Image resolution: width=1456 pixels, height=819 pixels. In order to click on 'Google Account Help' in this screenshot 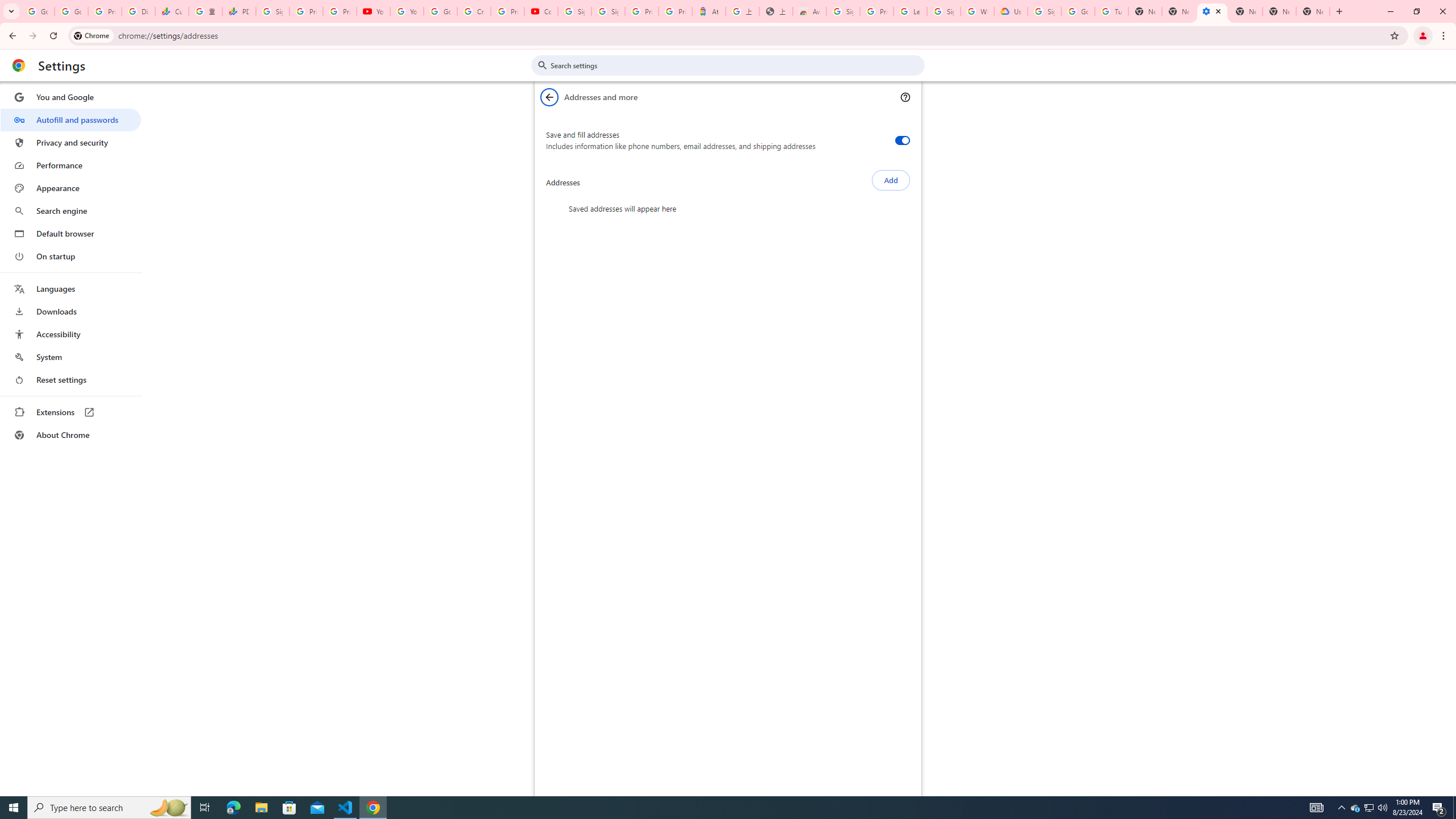, I will do `click(1077, 11)`.